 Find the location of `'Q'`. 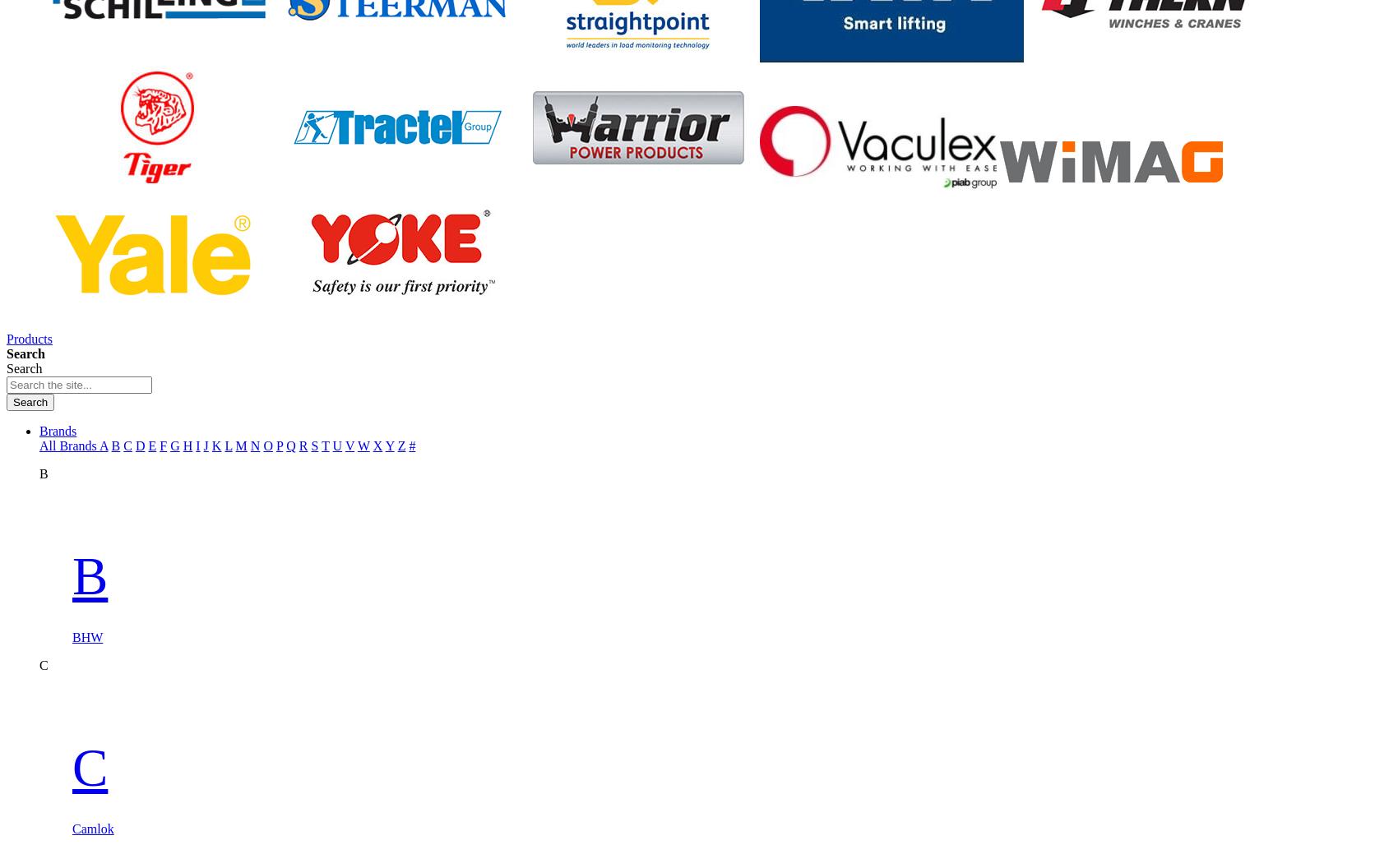

'Q' is located at coordinates (289, 445).